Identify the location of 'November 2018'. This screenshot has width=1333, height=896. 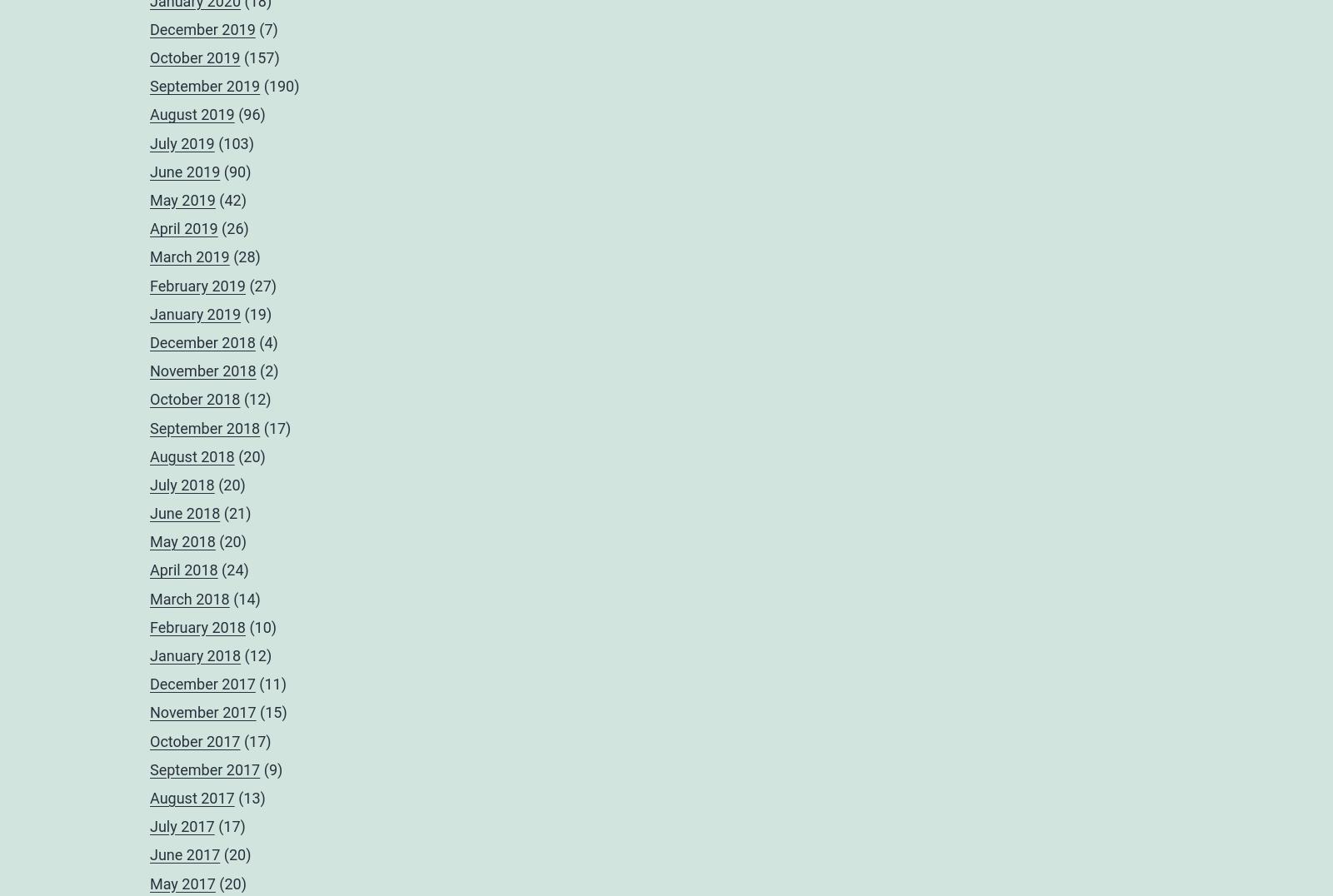
(202, 371).